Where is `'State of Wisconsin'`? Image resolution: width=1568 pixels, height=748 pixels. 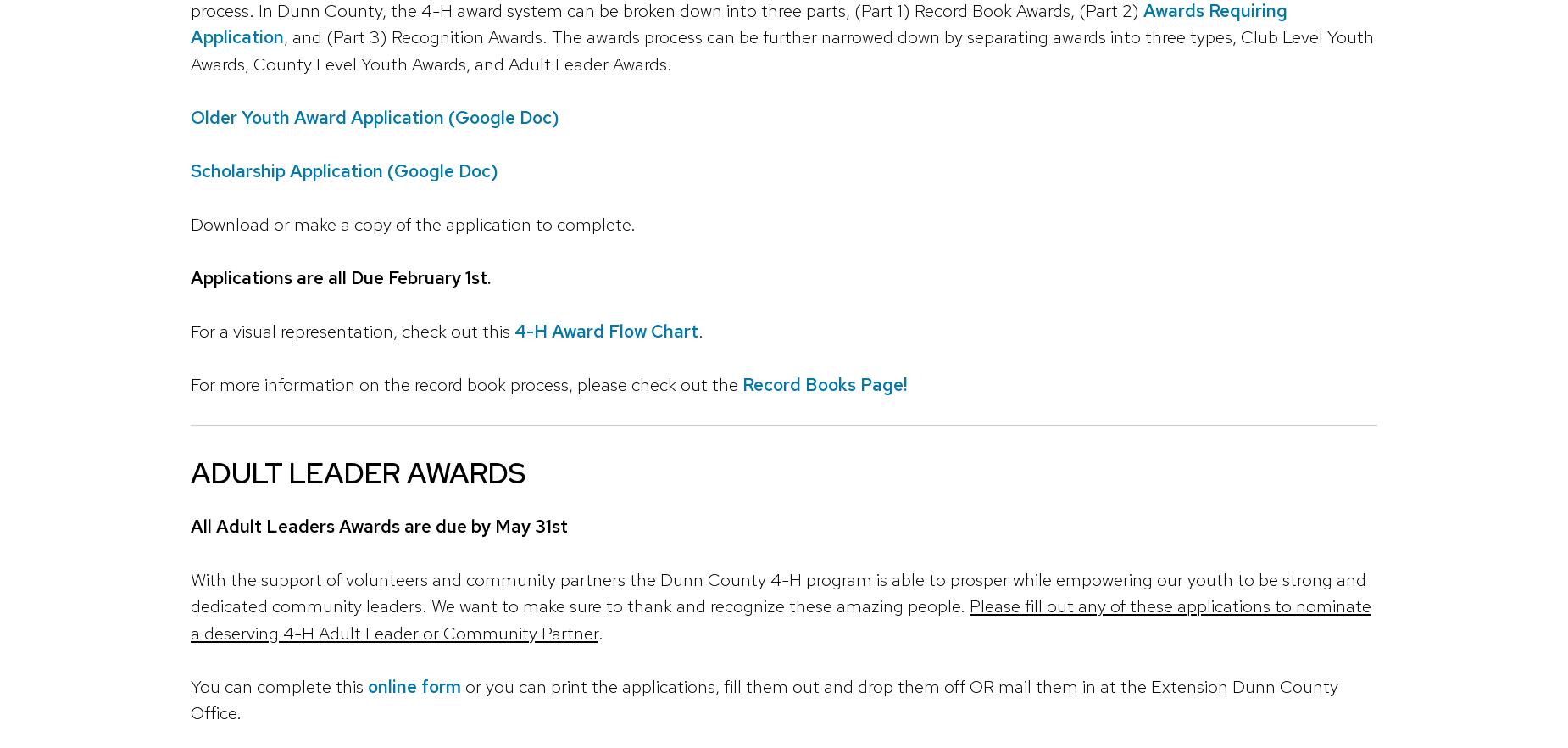 'State of Wisconsin' is located at coordinates (603, 317).